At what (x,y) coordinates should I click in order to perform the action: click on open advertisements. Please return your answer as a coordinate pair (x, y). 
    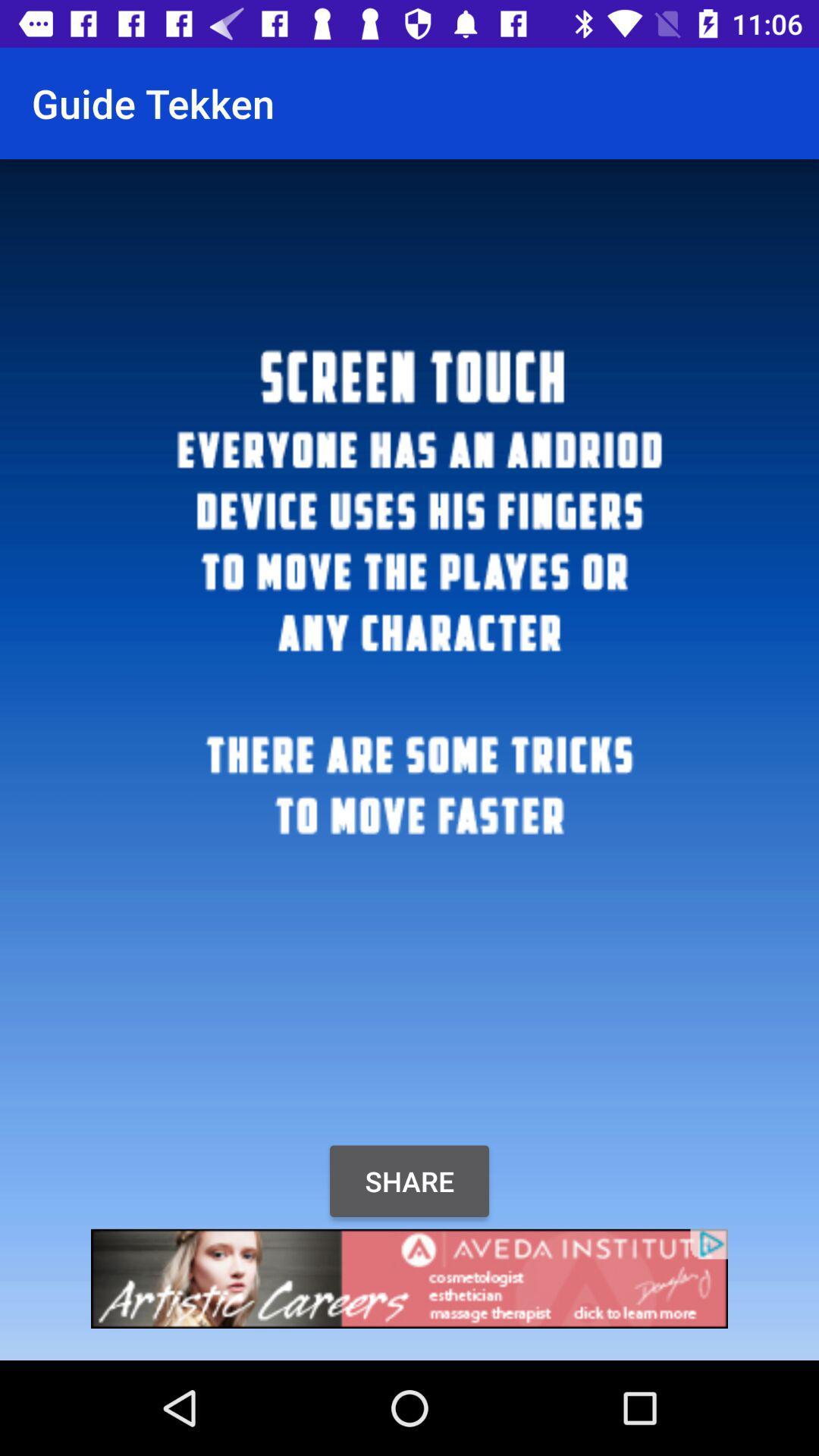
    Looking at the image, I should click on (409, 1278).